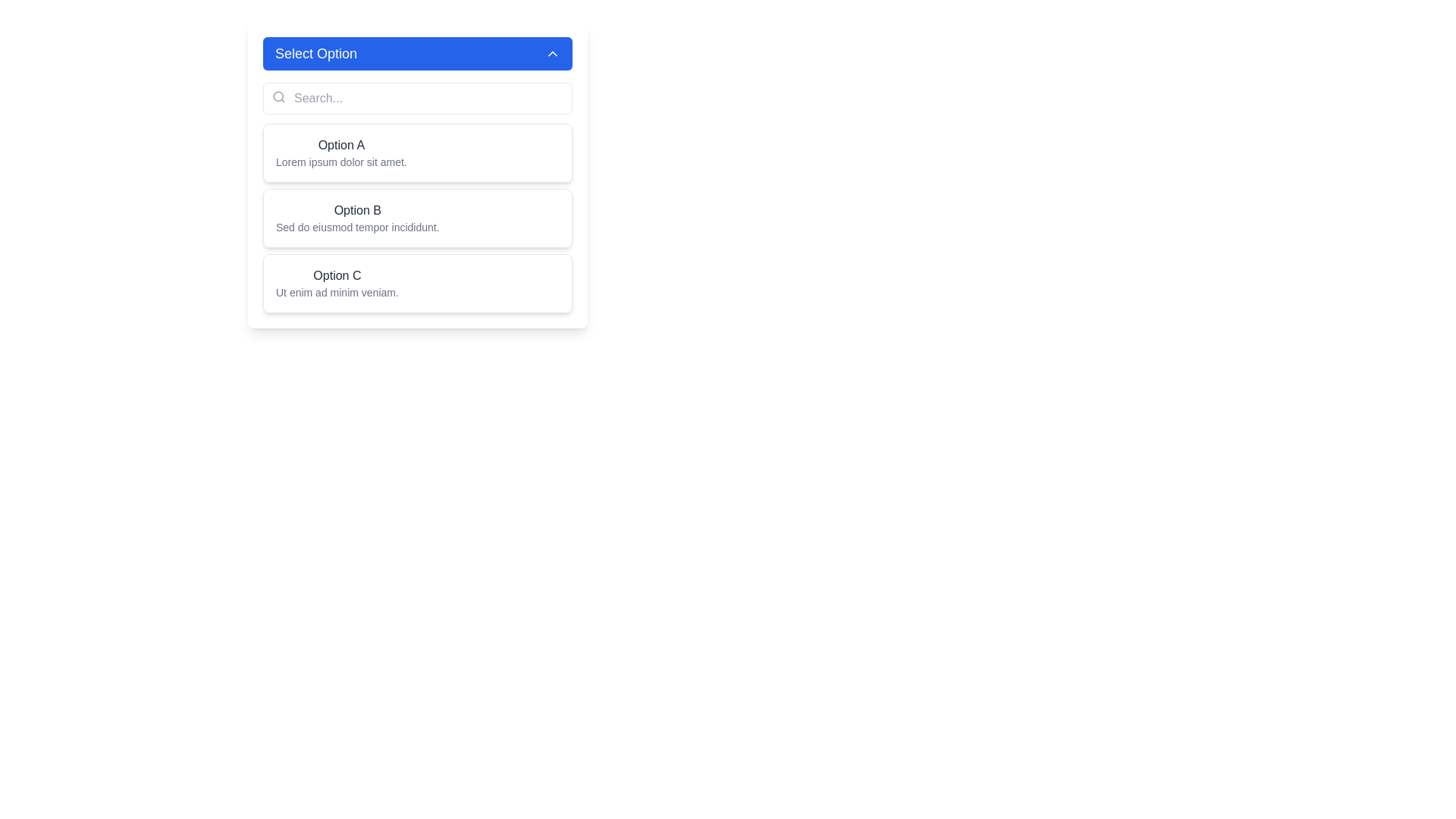 The height and width of the screenshot is (819, 1456). What do you see at coordinates (340, 162) in the screenshot?
I see `the static text displaying 'Lorem ipsum dolor sit amet.' located beneath the 'Option A' label in the dropdown menu` at bounding box center [340, 162].